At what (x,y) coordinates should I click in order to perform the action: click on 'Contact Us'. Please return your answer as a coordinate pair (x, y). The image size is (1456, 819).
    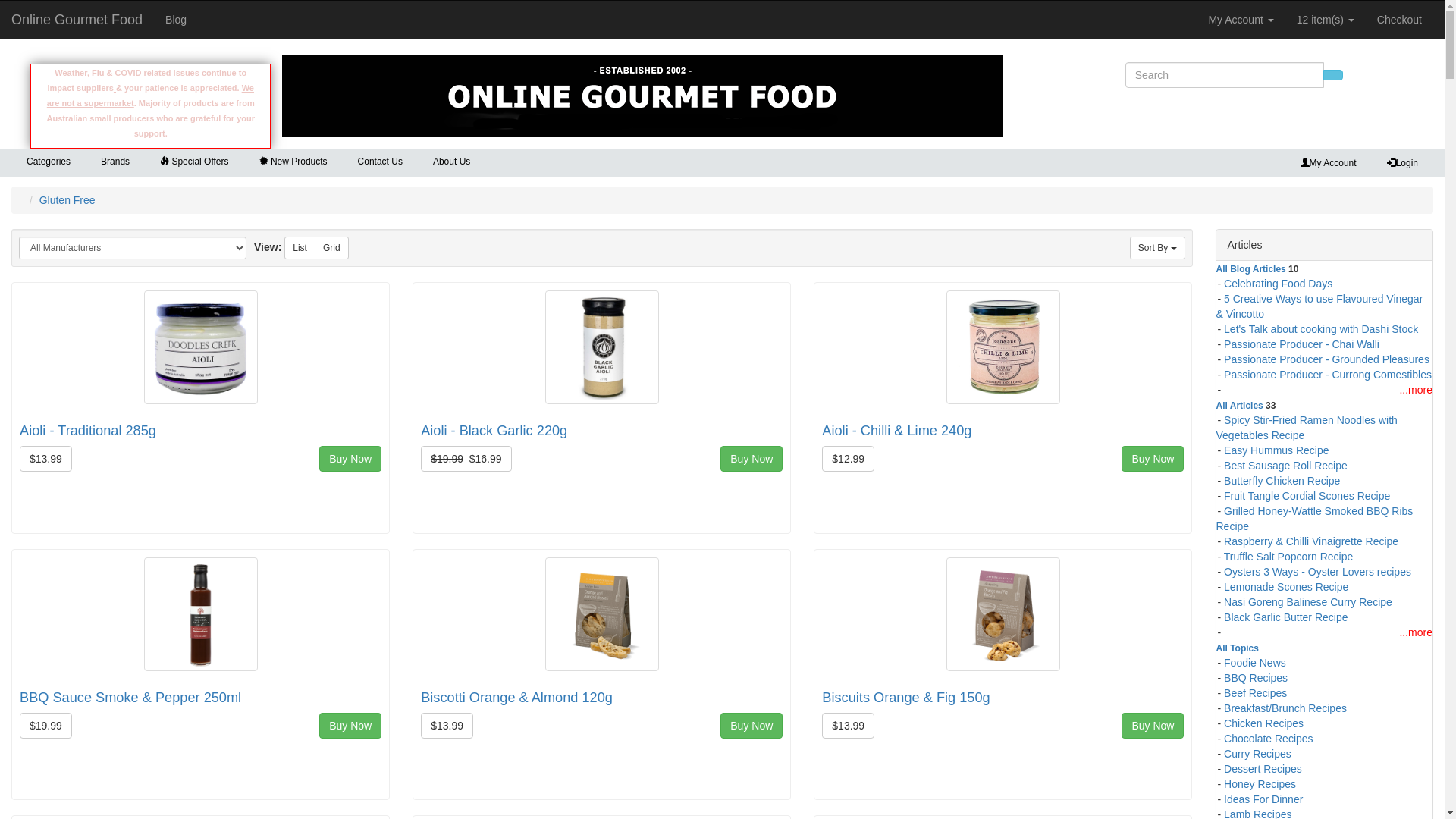
    Looking at the image, I should click on (341, 162).